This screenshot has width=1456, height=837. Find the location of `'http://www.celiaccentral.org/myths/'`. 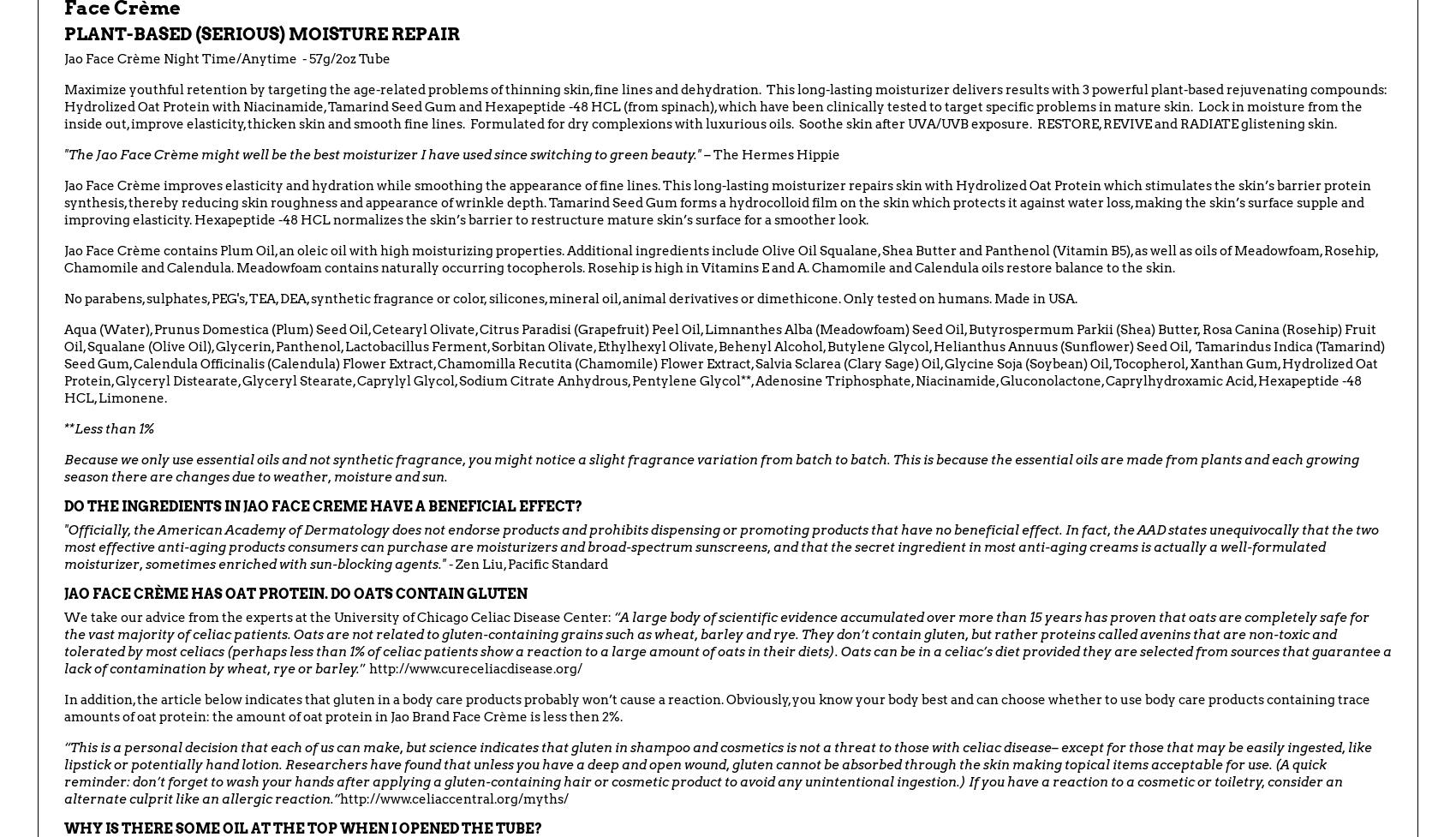

'http://www.celiaccentral.org/myths/' is located at coordinates (454, 797).